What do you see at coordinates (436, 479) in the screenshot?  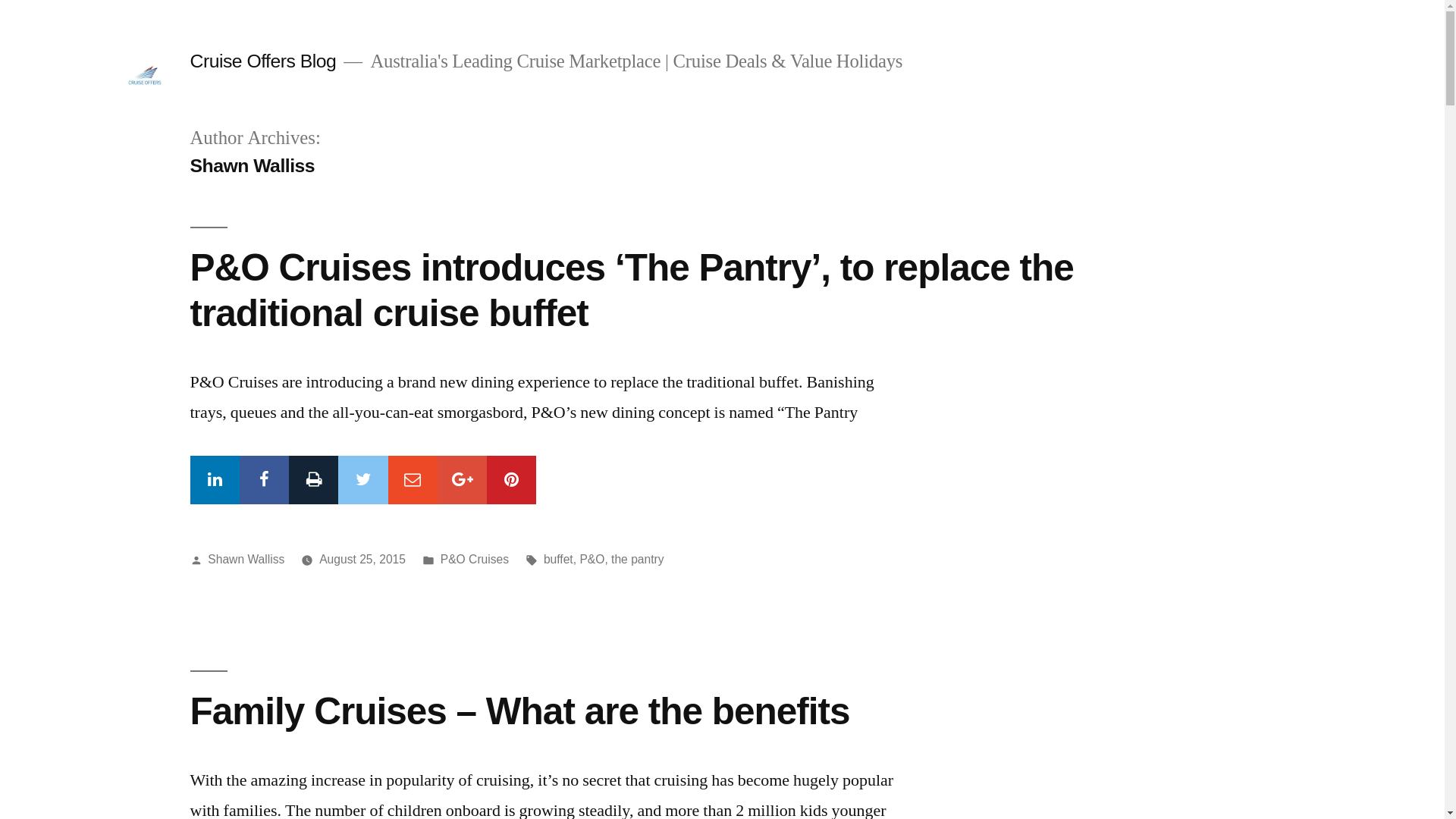 I see `'Google+'` at bounding box center [436, 479].